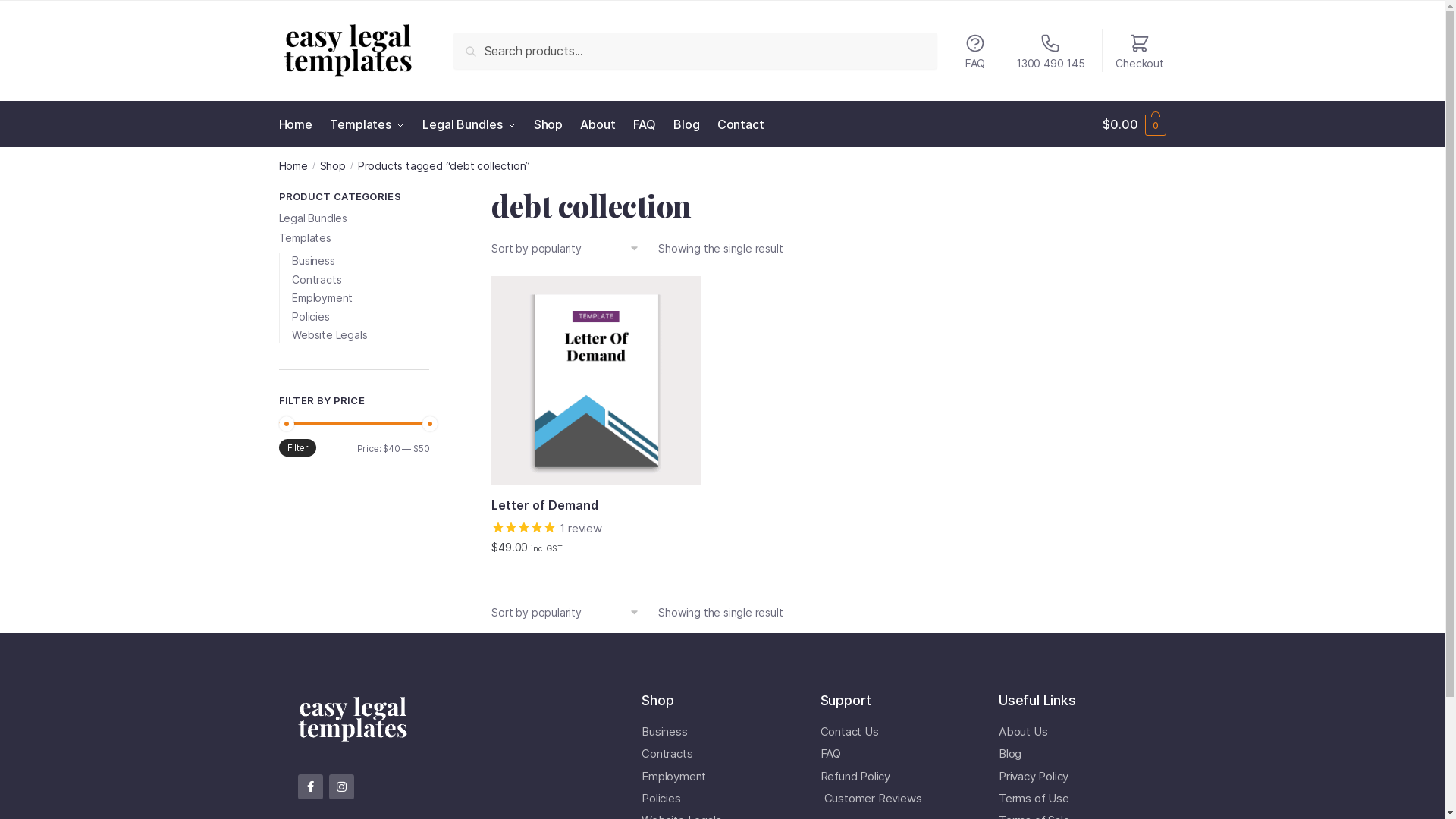 The width and height of the screenshot is (1456, 819). I want to click on 'Letter of Demand', so click(595, 506).